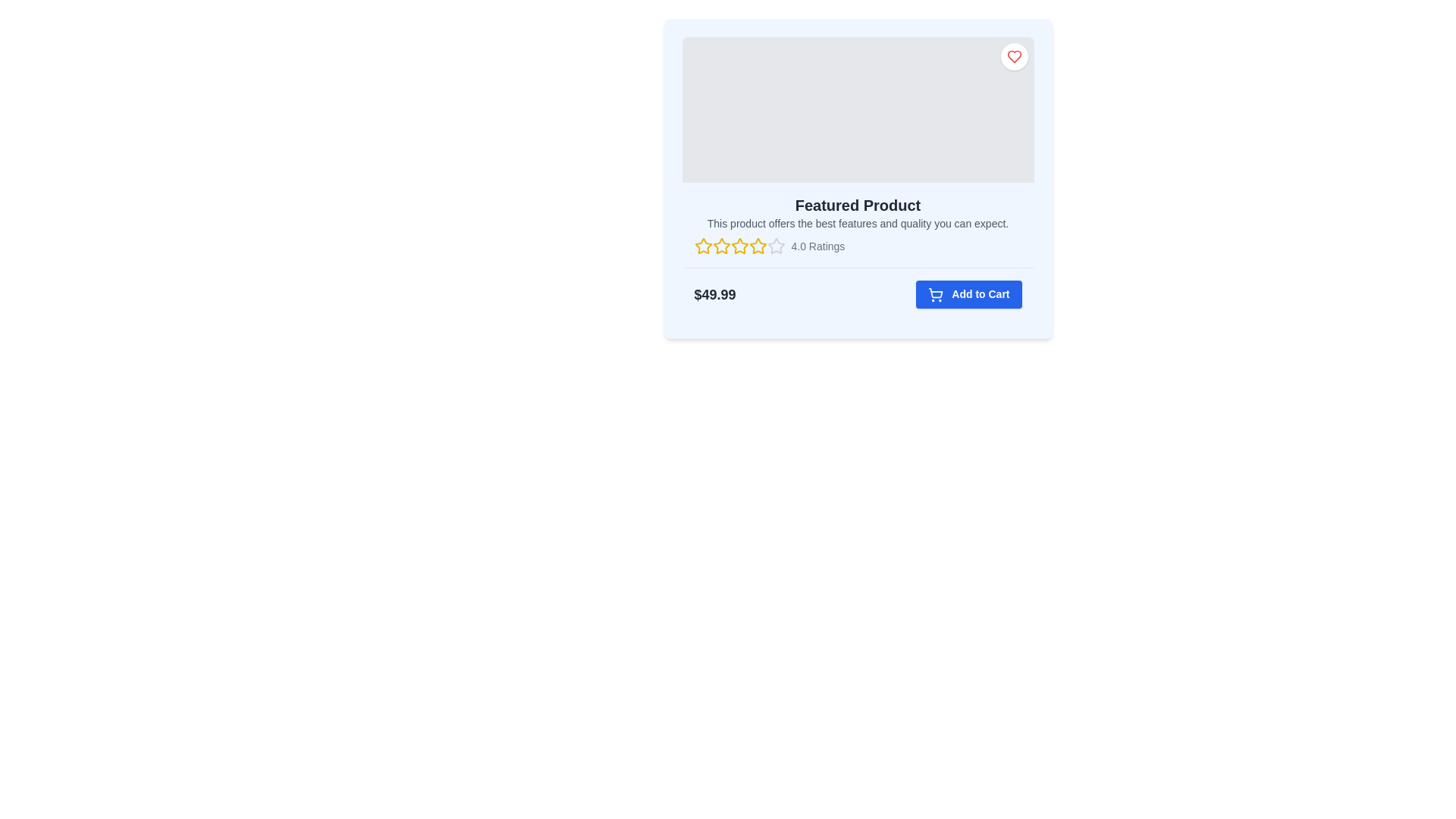  I want to click on the button located at the bottom-right corner of the product card, so click(968, 294).